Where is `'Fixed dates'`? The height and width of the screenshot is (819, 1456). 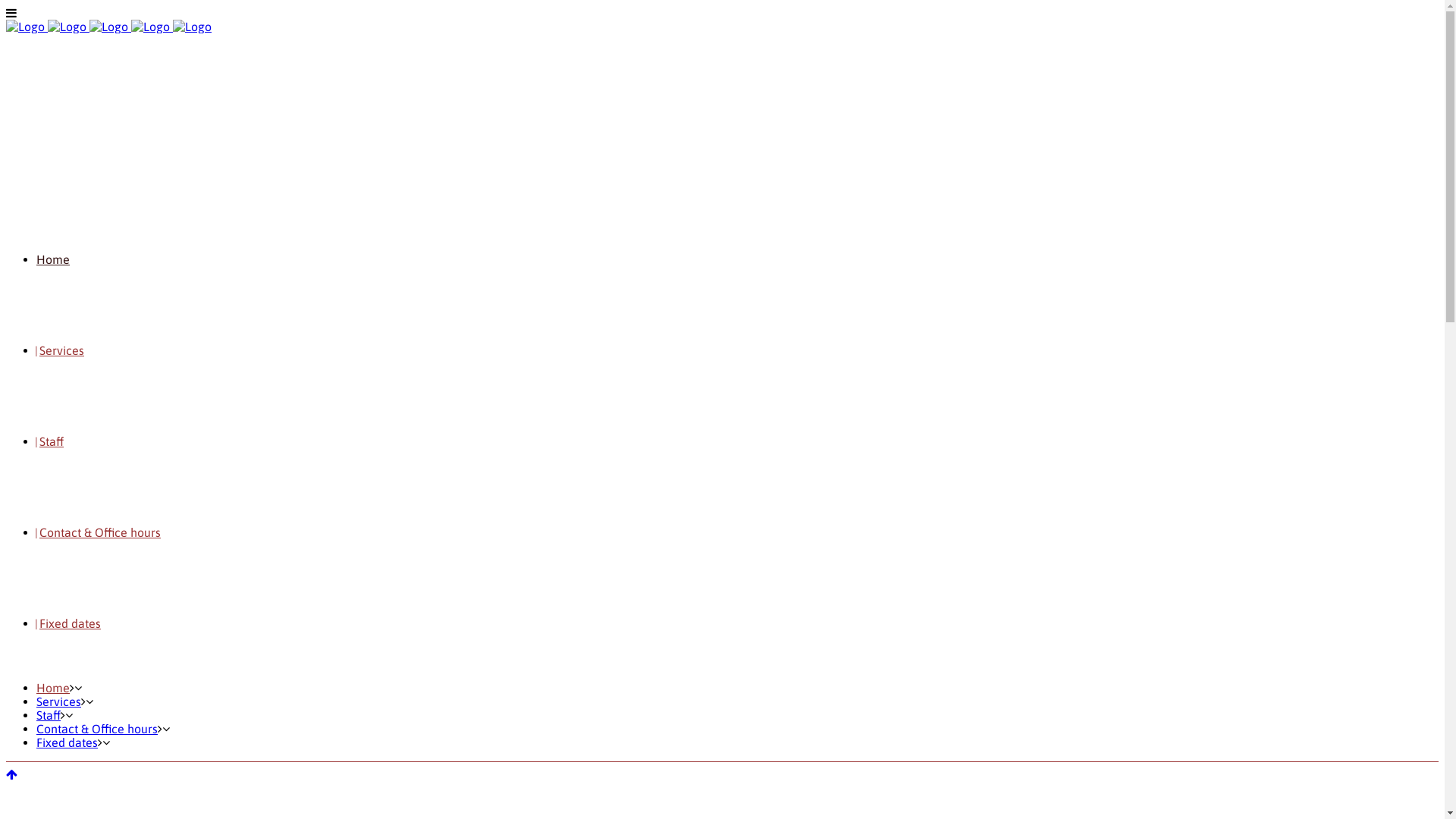 'Fixed dates' is located at coordinates (69, 623).